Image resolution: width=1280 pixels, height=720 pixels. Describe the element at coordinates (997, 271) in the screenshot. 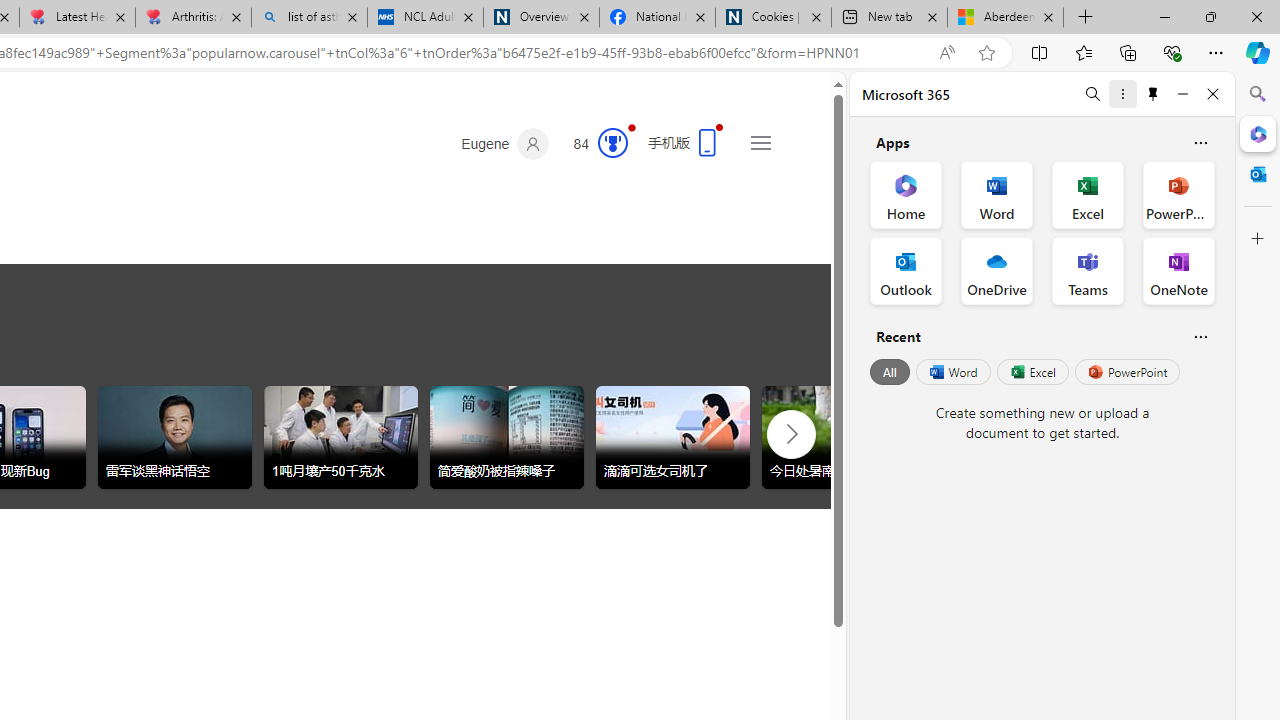

I see `'OneDrive Office App'` at that location.